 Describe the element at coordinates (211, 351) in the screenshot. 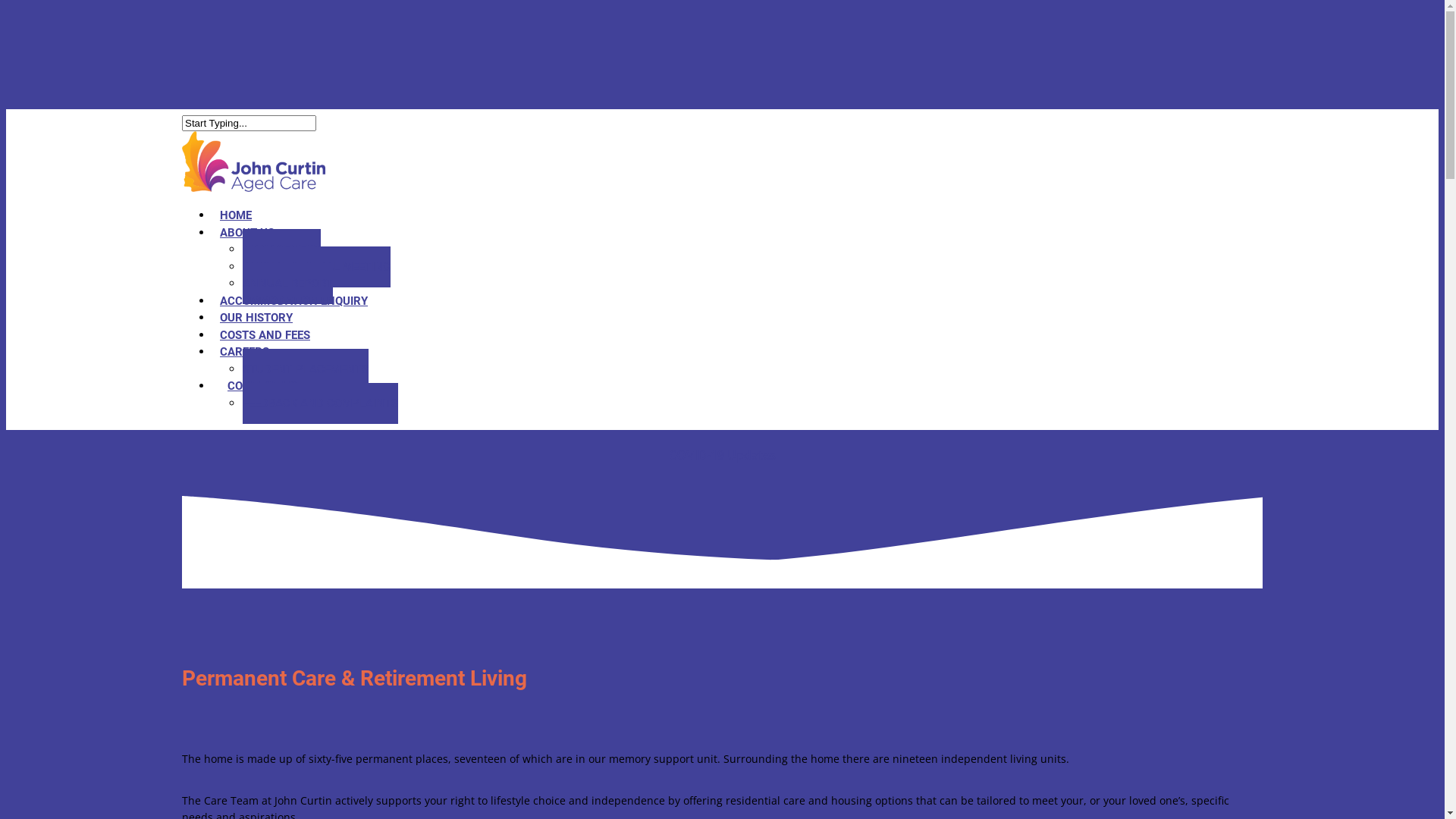

I see `'CAREERS'` at that location.